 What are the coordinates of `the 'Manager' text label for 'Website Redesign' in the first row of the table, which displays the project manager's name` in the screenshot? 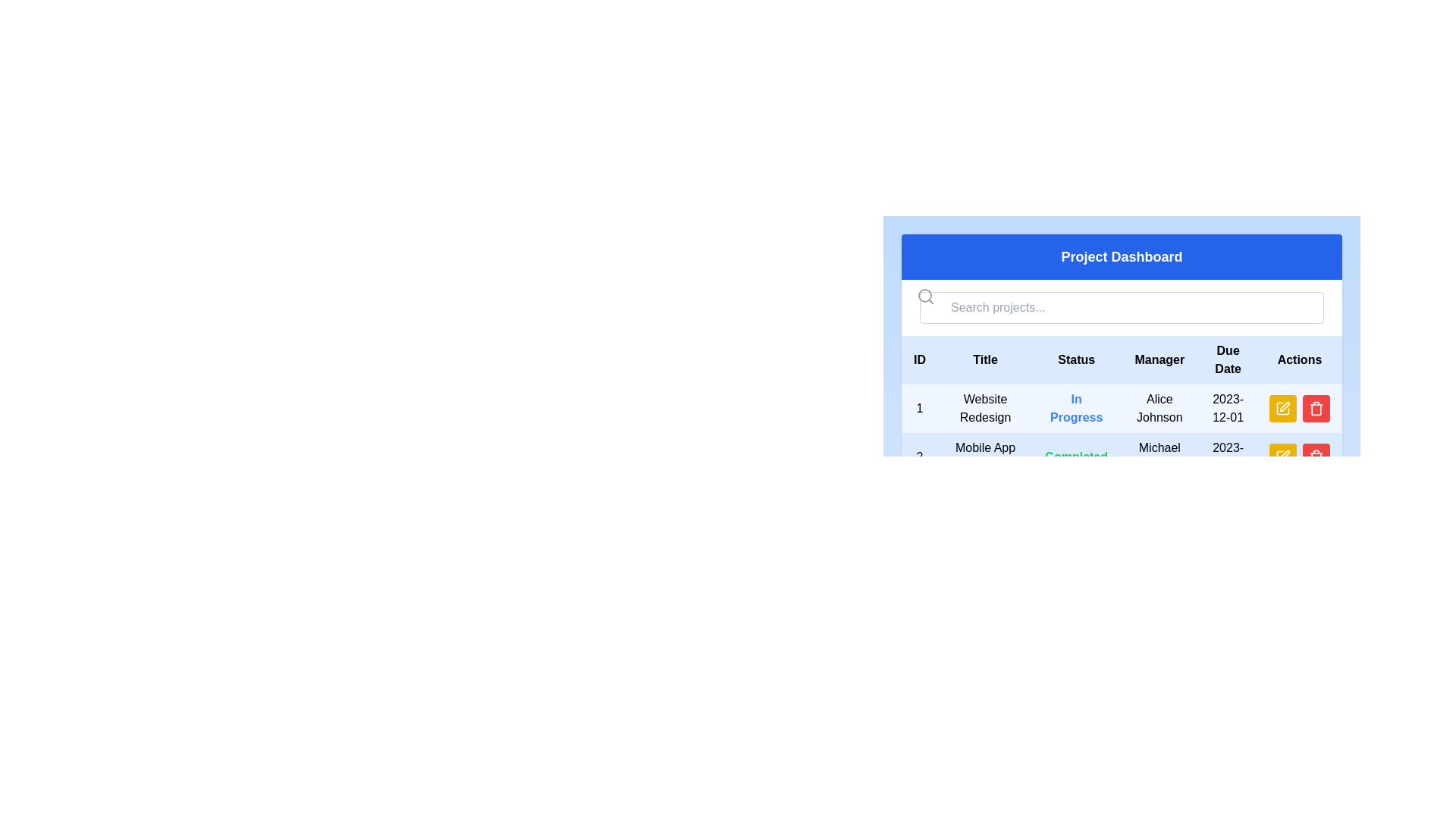 It's located at (1159, 408).